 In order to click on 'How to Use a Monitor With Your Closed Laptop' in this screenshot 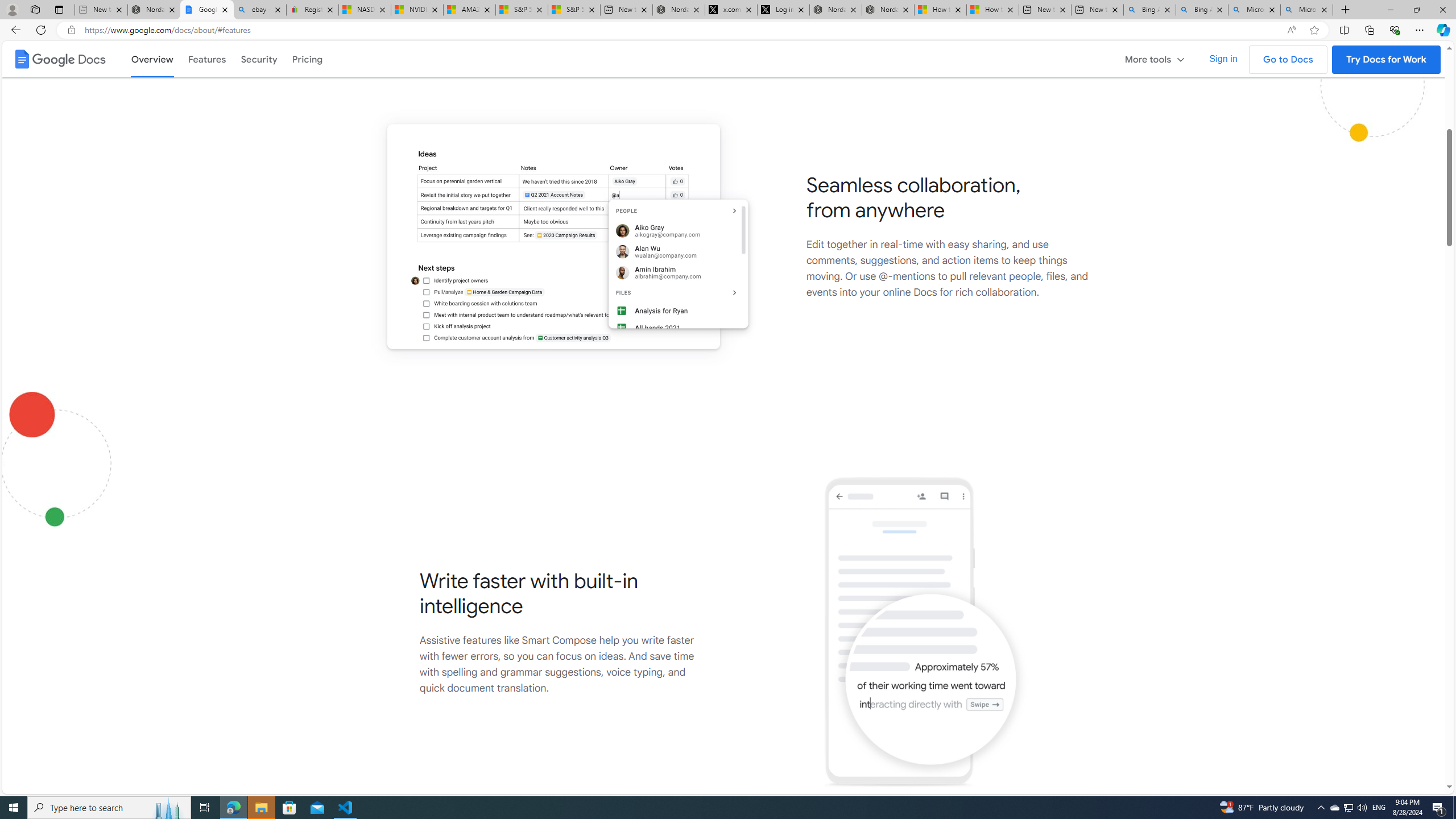, I will do `click(992, 9)`.